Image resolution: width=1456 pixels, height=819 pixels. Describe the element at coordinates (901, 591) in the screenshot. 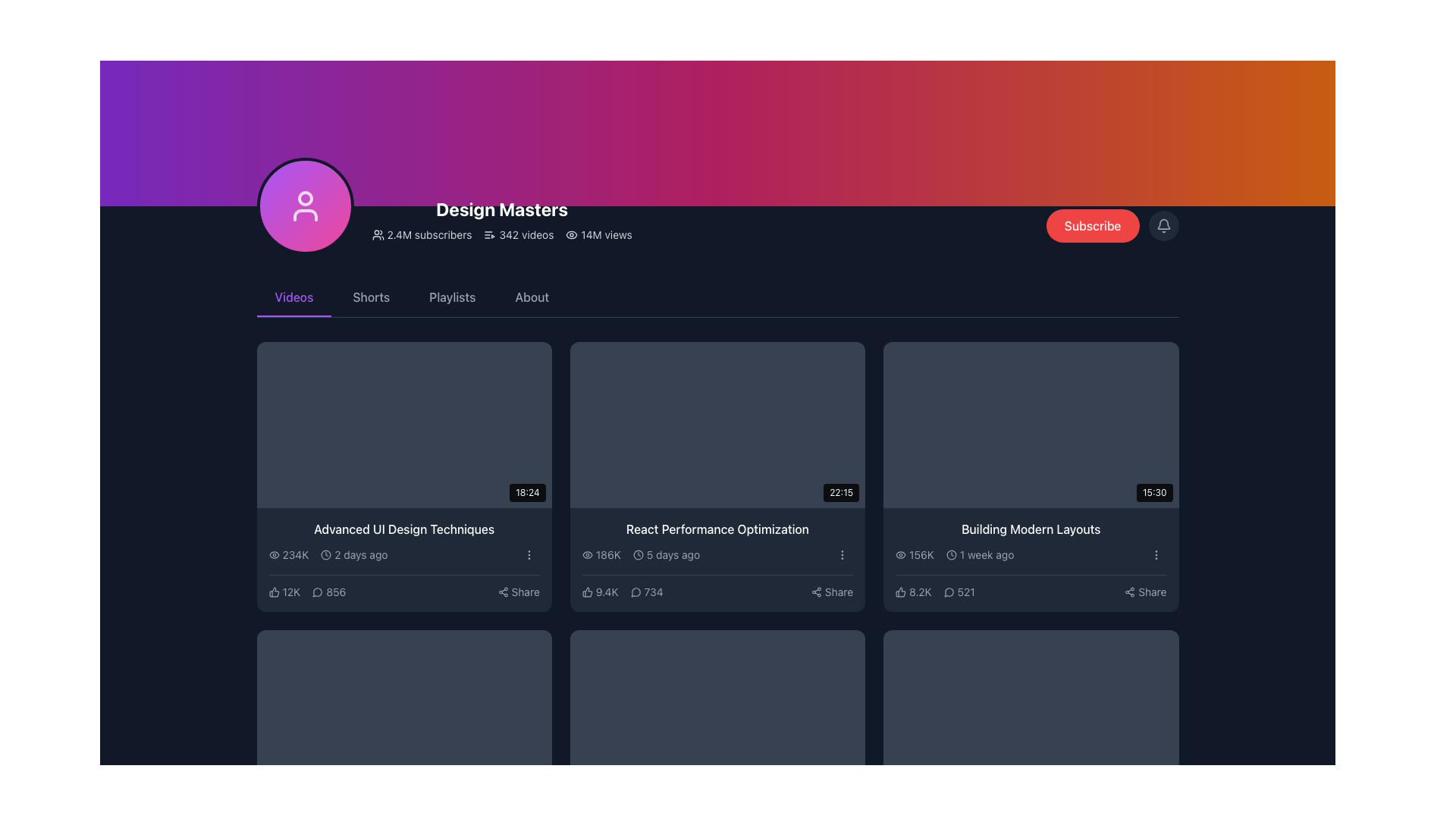

I see `the 'thumbs up' icon button located in the video interaction panel below the video titled 'Building Modern Layouts' to like the video` at that location.